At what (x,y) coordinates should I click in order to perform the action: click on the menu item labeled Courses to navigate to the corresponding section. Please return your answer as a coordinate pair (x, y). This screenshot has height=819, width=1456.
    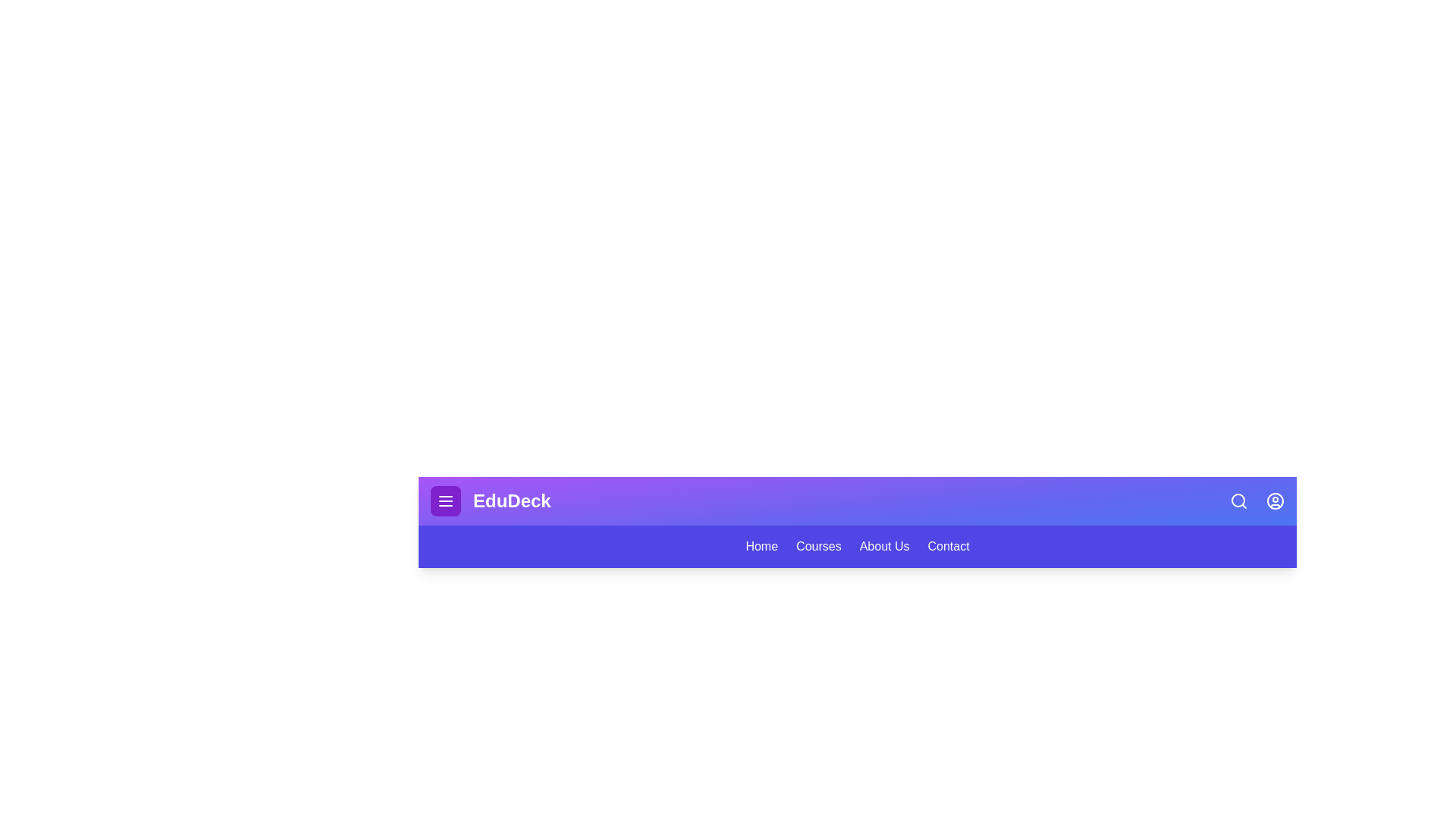
    Looking at the image, I should click on (817, 547).